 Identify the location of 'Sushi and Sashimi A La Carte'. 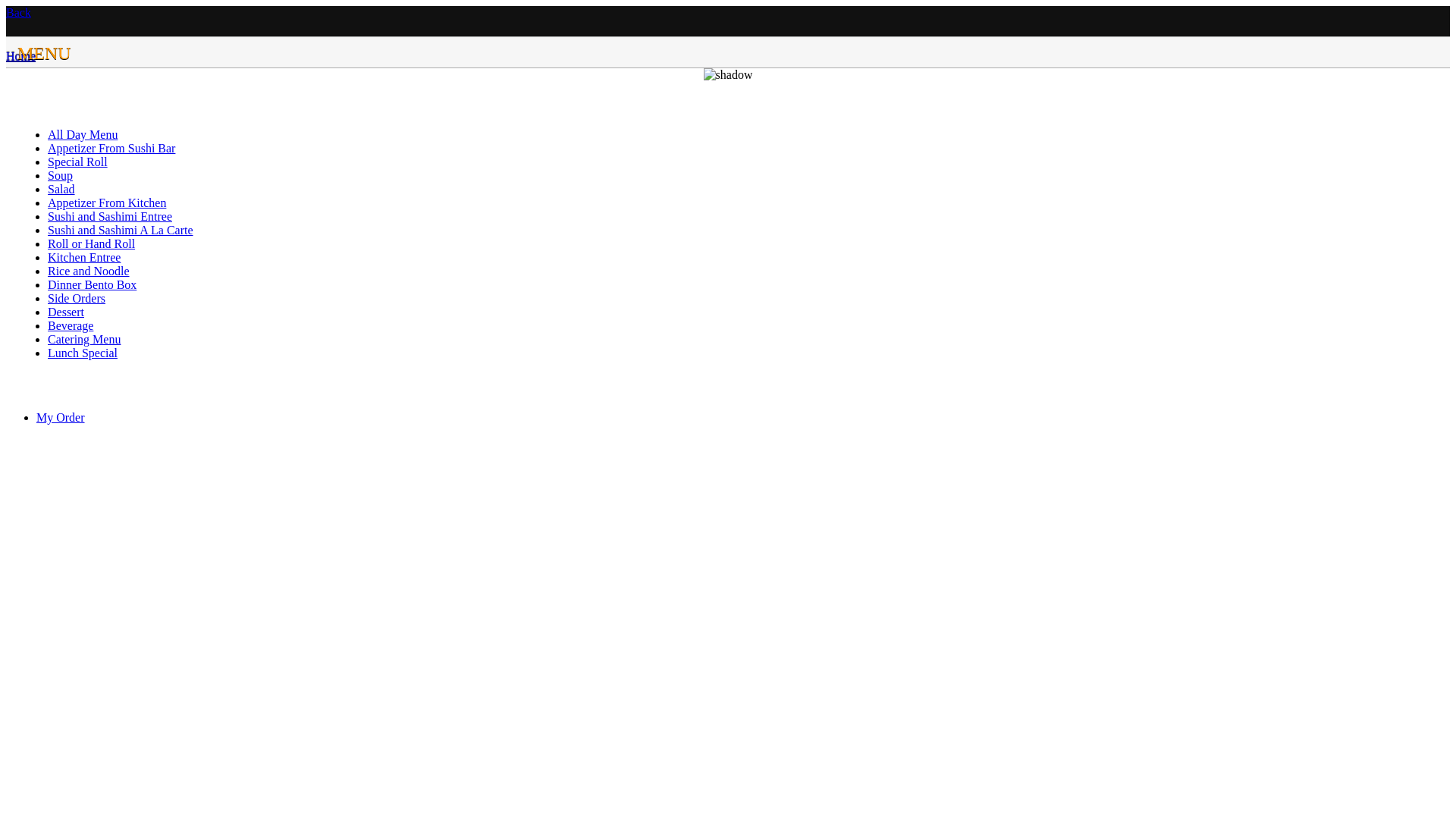
(119, 230).